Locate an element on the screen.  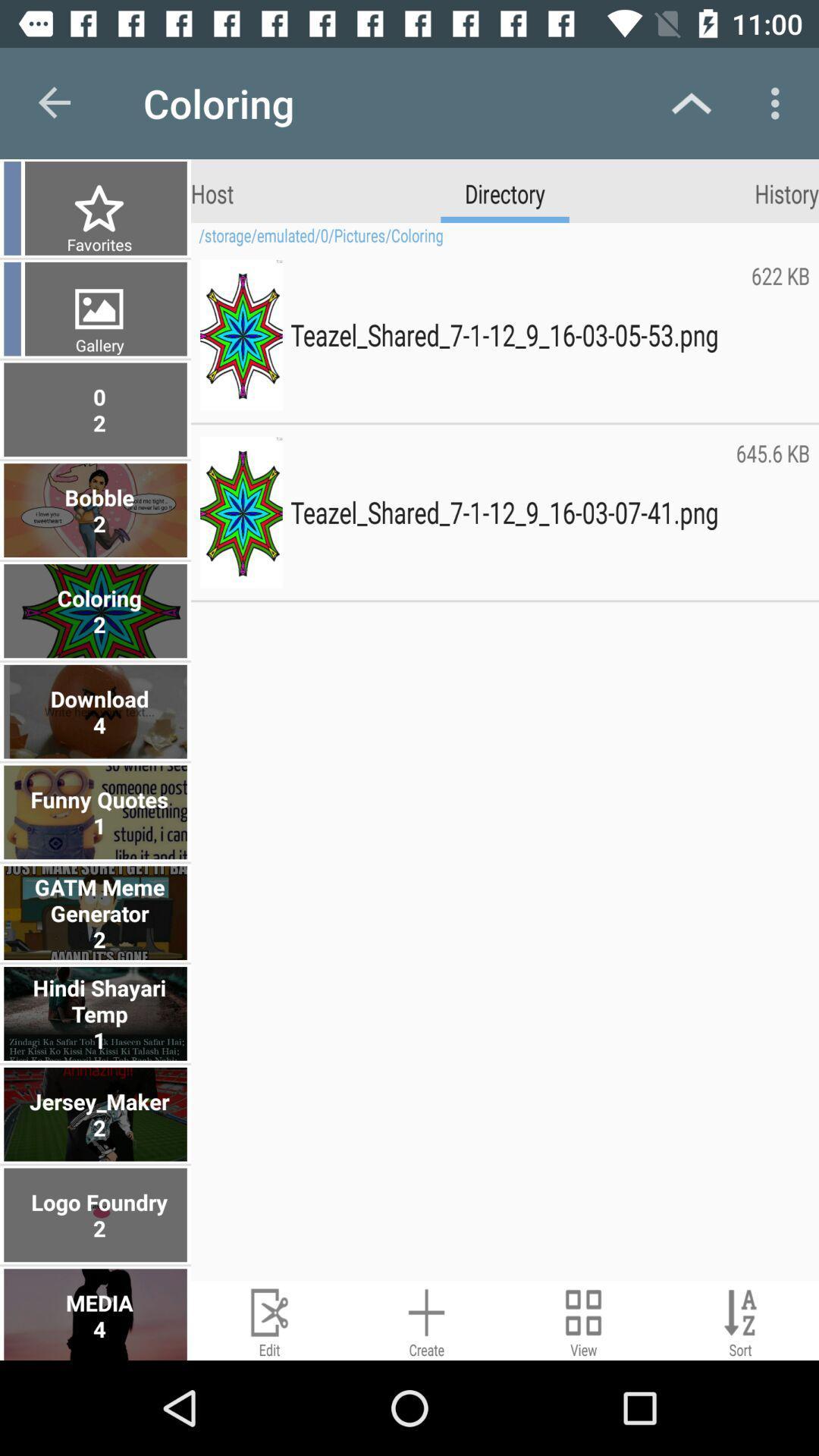
the item below the storage emulated 0 is located at coordinates (780, 334).